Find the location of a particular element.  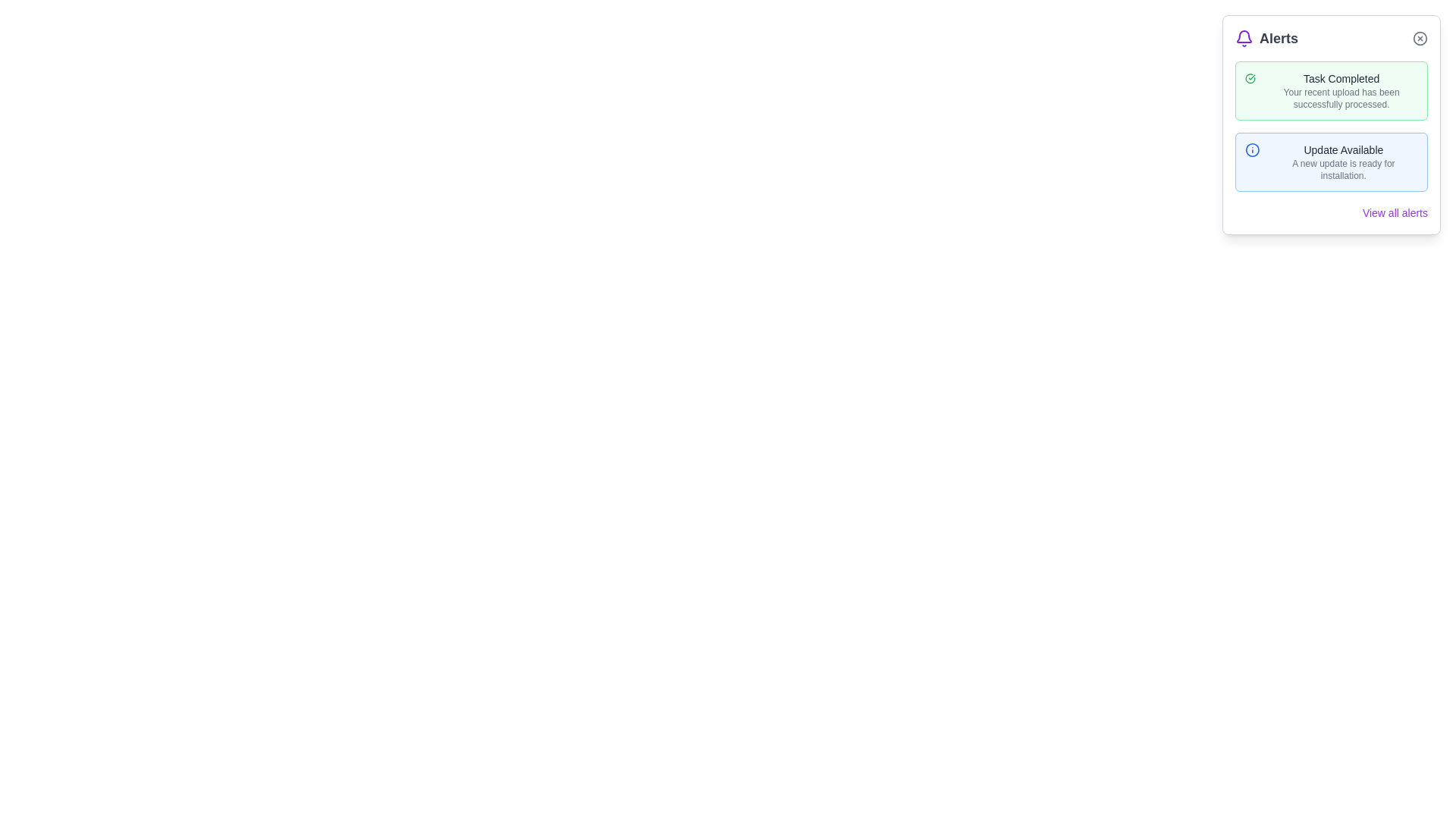

the Notification box that indicates a new update is ready for installation, positioned below the 'Task Completed' notification in the 'Alerts' panel is located at coordinates (1331, 162).